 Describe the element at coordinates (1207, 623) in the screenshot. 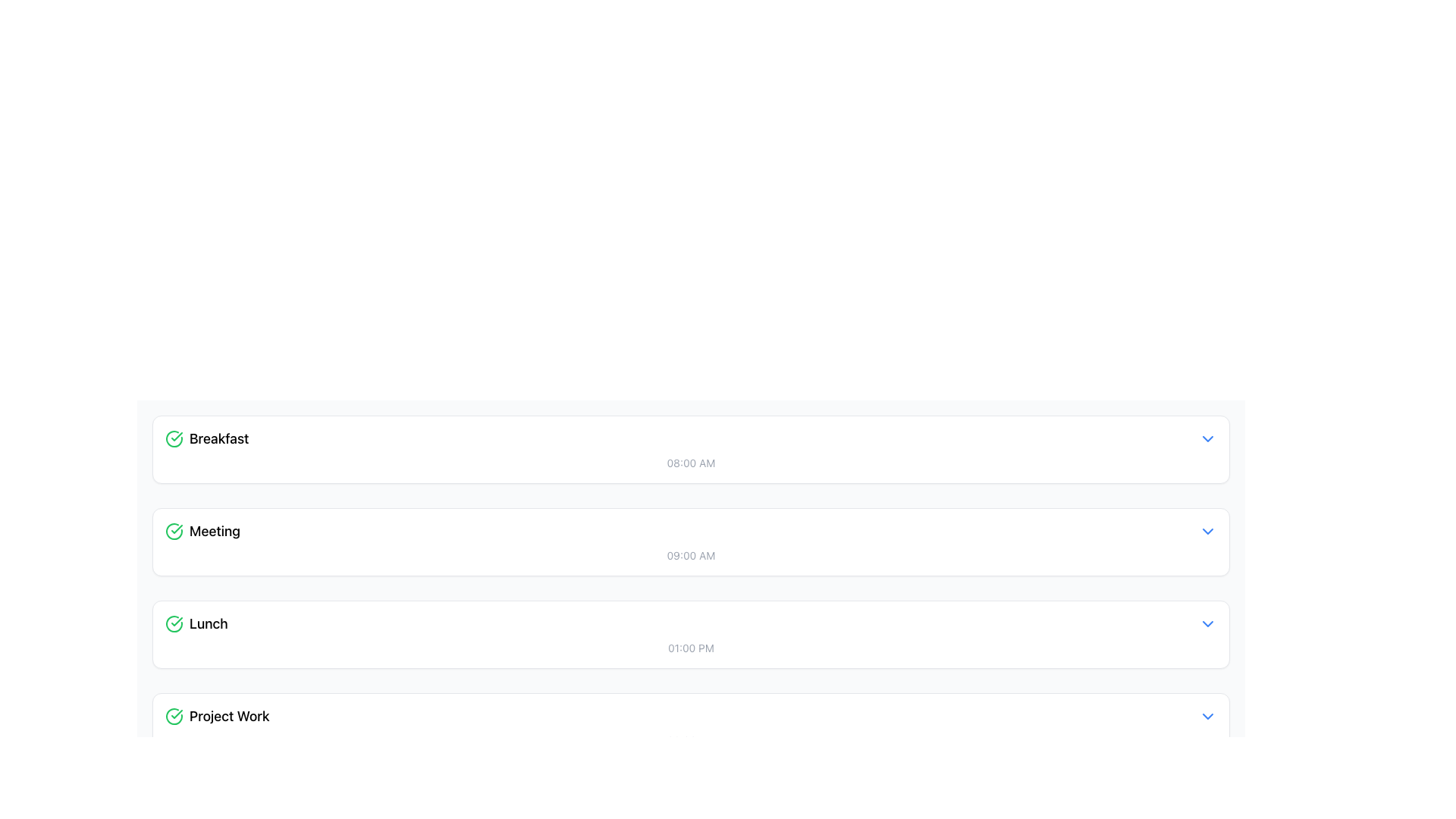

I see `the toggle button located` at that location.